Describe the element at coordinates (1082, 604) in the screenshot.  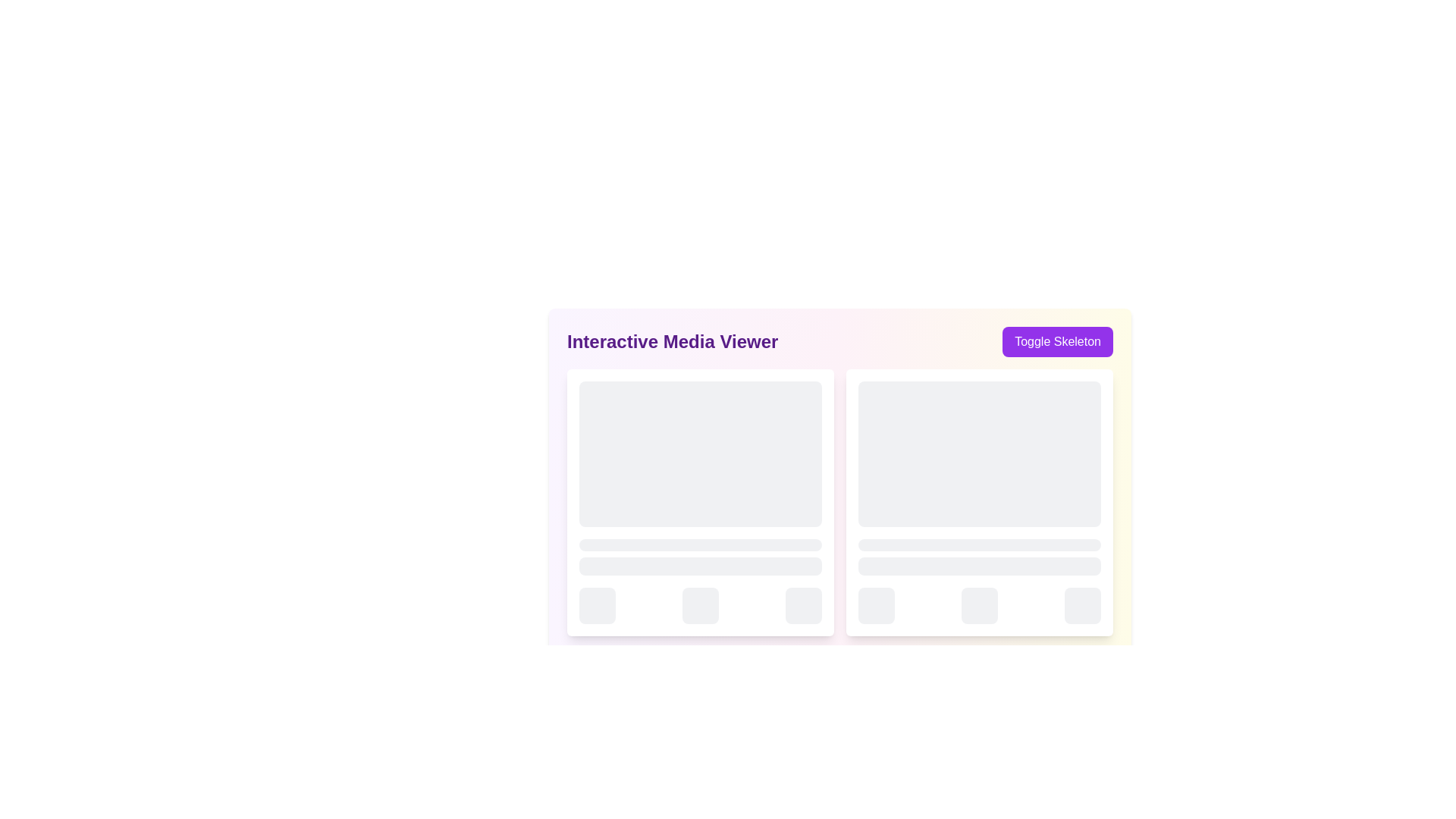
I see `the rightmost square button-like component with rounded corners and a light gray background` at that location.